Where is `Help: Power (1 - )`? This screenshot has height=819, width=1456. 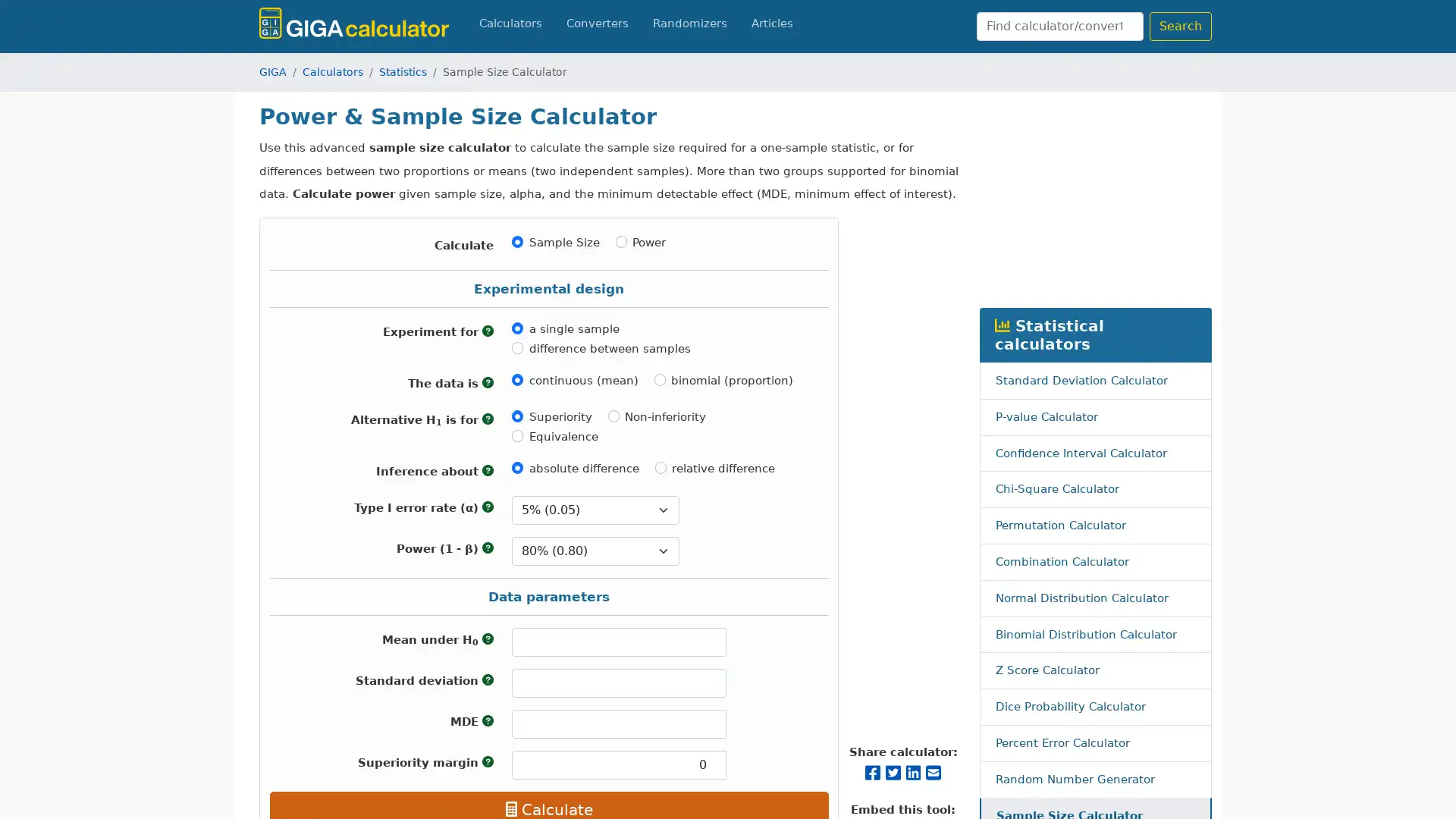 Help: Power (1 - ) is located at coordinates (487, 548).